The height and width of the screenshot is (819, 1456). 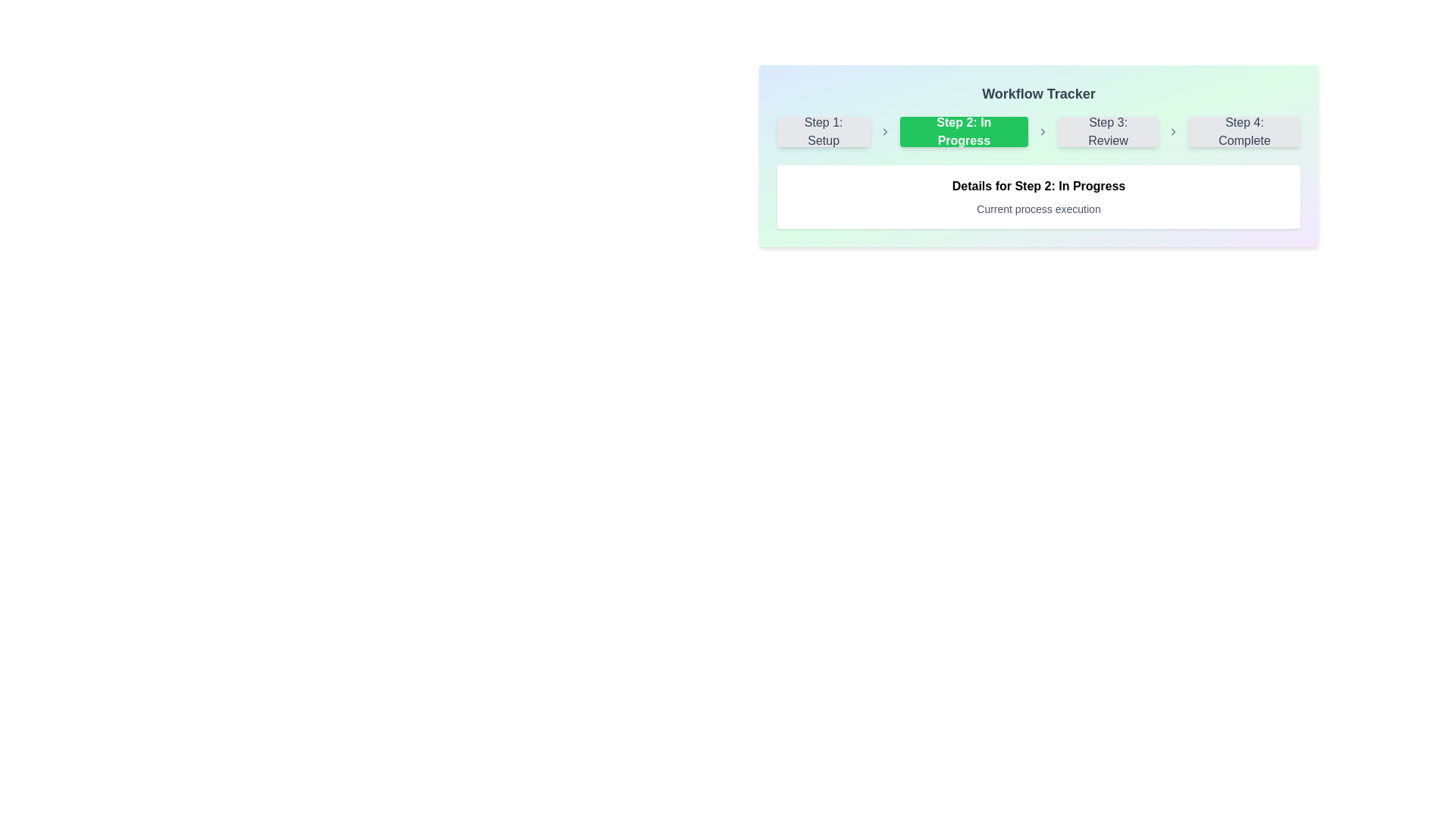 I want to click on the rightward-pointing arrow icon located between the 'Step 1: Setup' and 'Step 2: In Progress' buttons in the workflow tracker, so click(x=885, y=130).